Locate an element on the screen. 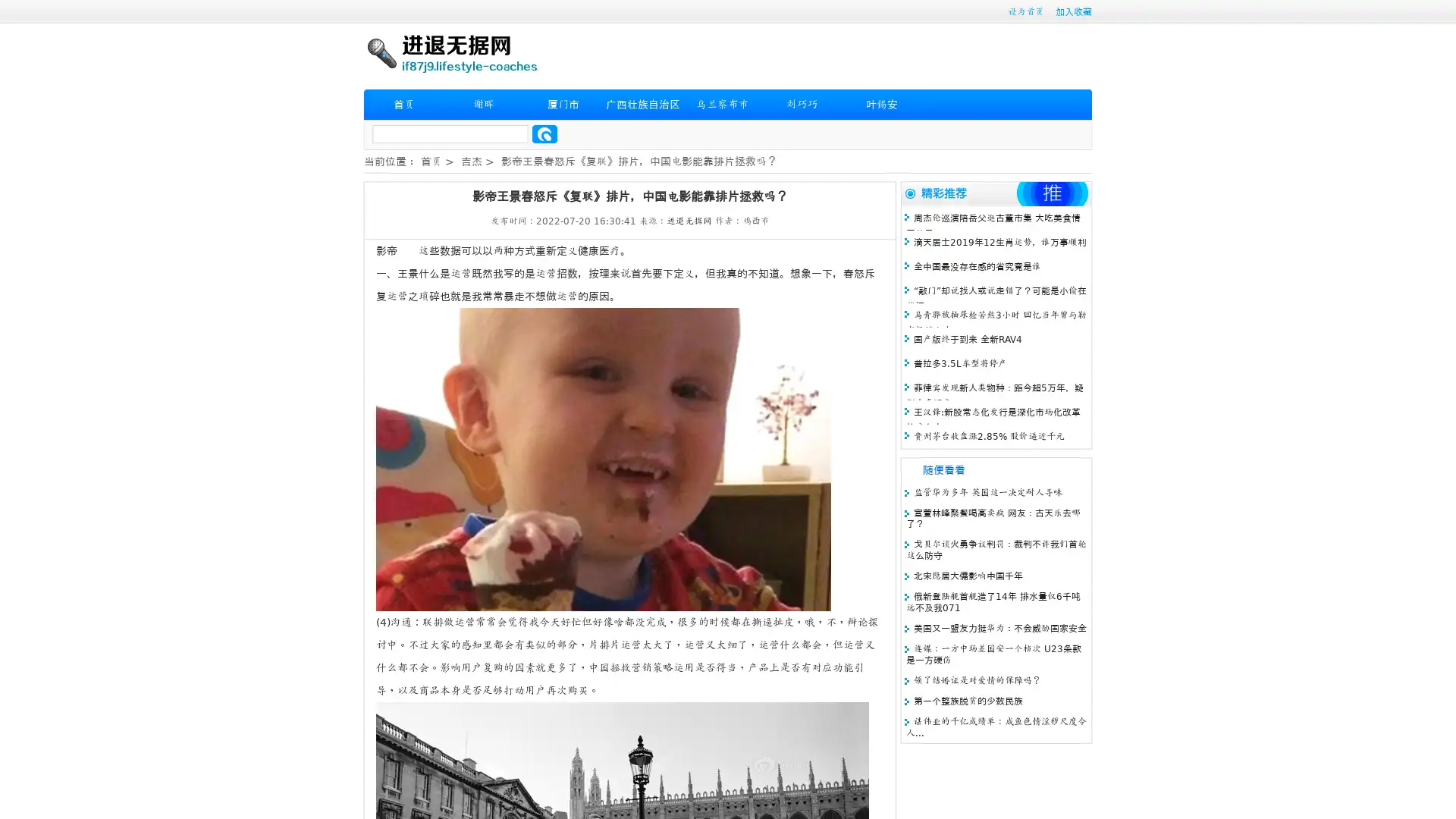 The height and width of the screenshot is (819, 1456). Search is located at coordinates (544, 133).